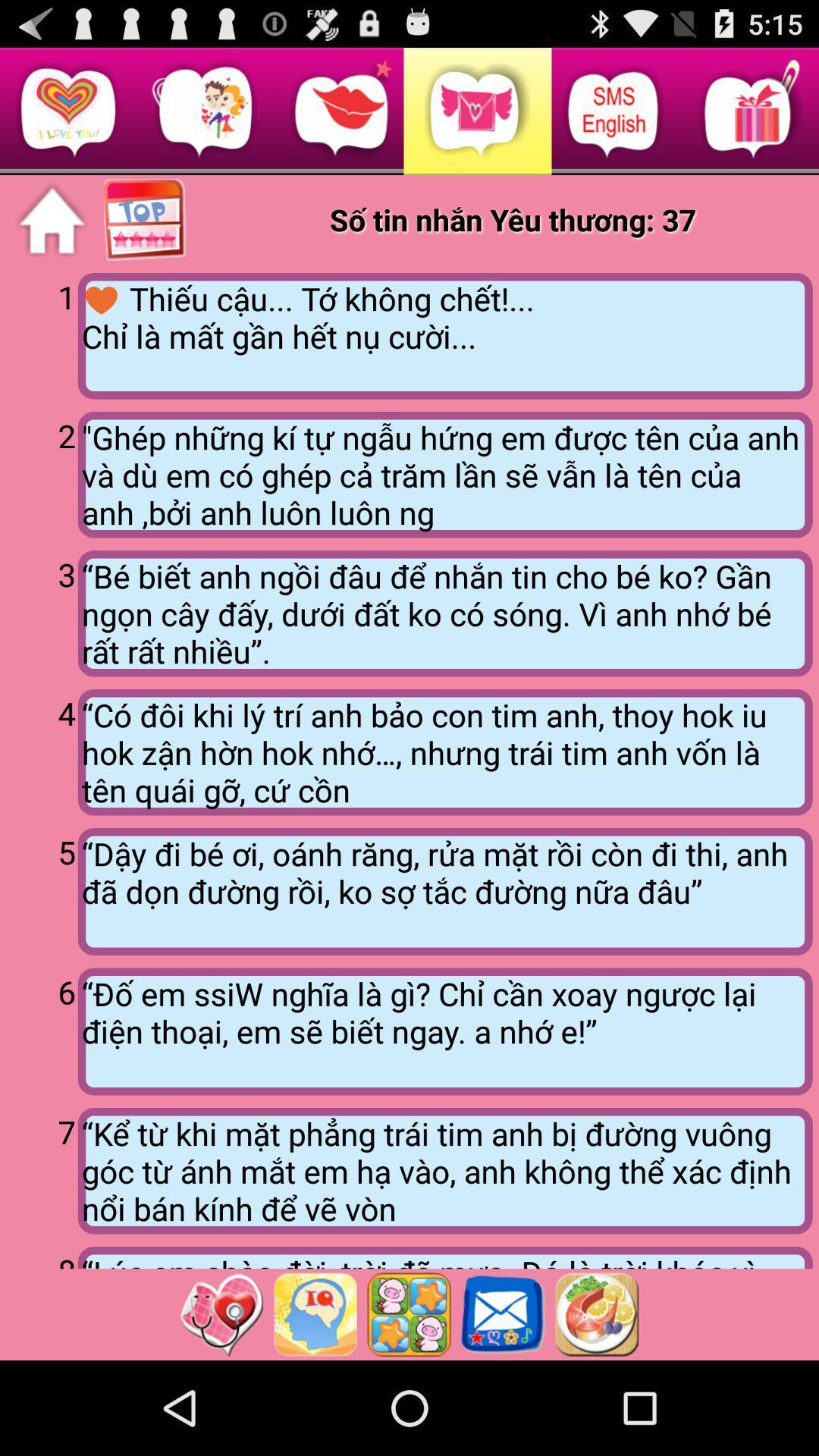  What do you see at coordinates (41, 889) in the screenshot?
I see `5 icon` at bounding box center [41, 889].